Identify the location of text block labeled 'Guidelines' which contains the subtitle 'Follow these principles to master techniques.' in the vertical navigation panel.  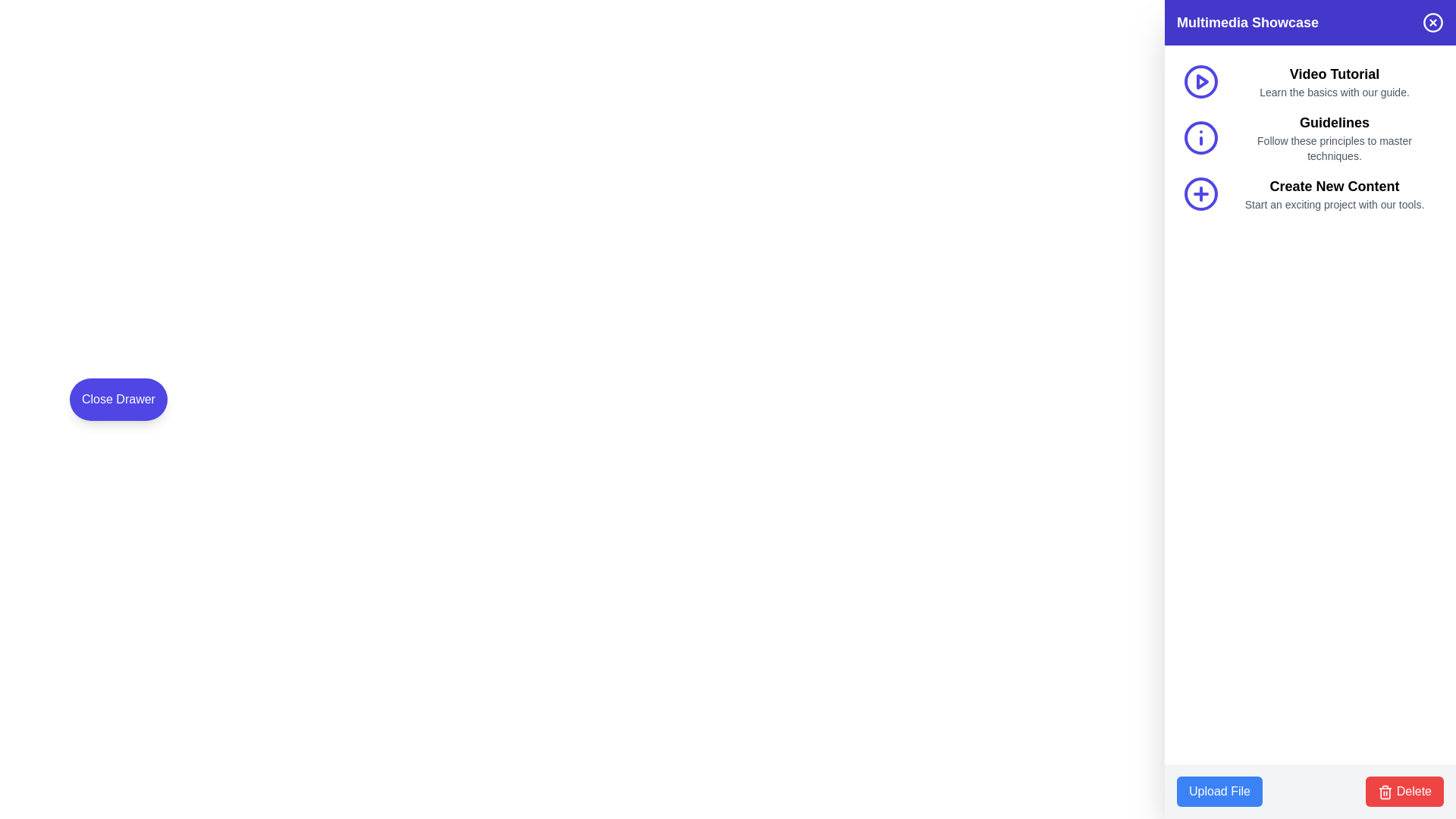
(1335, 137).